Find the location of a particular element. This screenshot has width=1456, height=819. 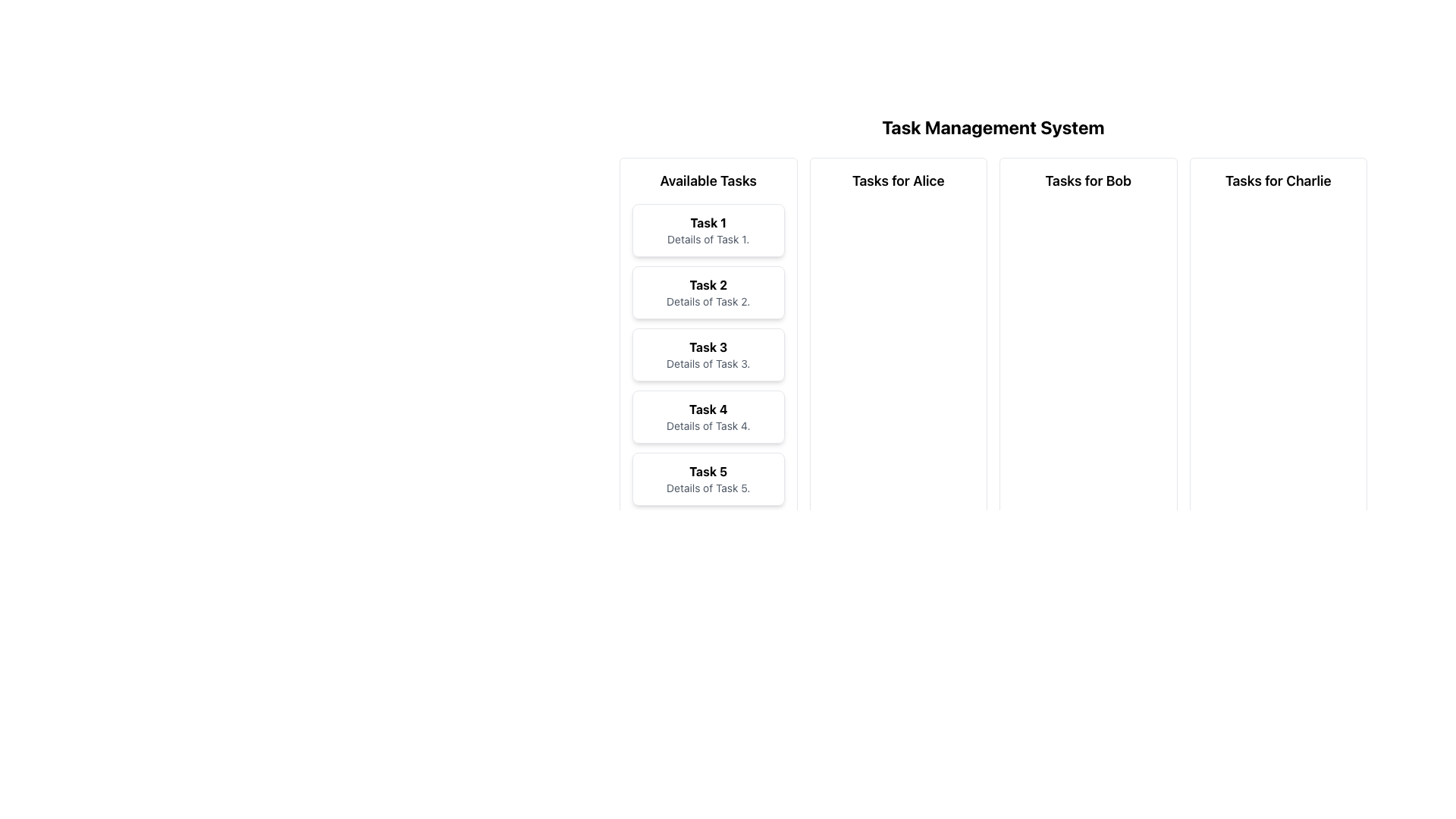

the text label that reads 'Details of Task 3.' which is styled in gray and positioned below the 'Task 3' heading within the task card is located at coordinates (708, 363).